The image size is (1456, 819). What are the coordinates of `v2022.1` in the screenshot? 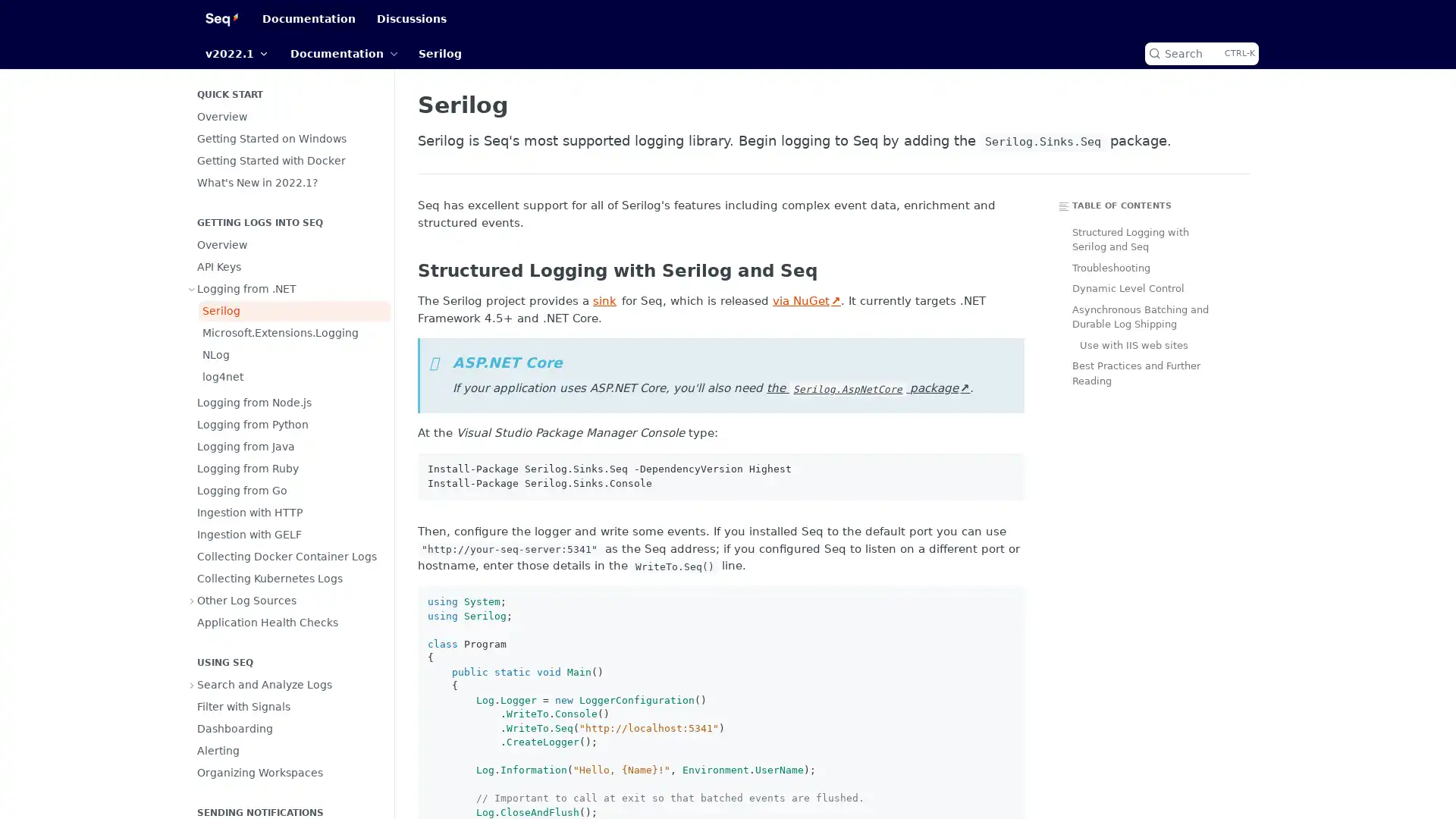 It's located at (236, 52).